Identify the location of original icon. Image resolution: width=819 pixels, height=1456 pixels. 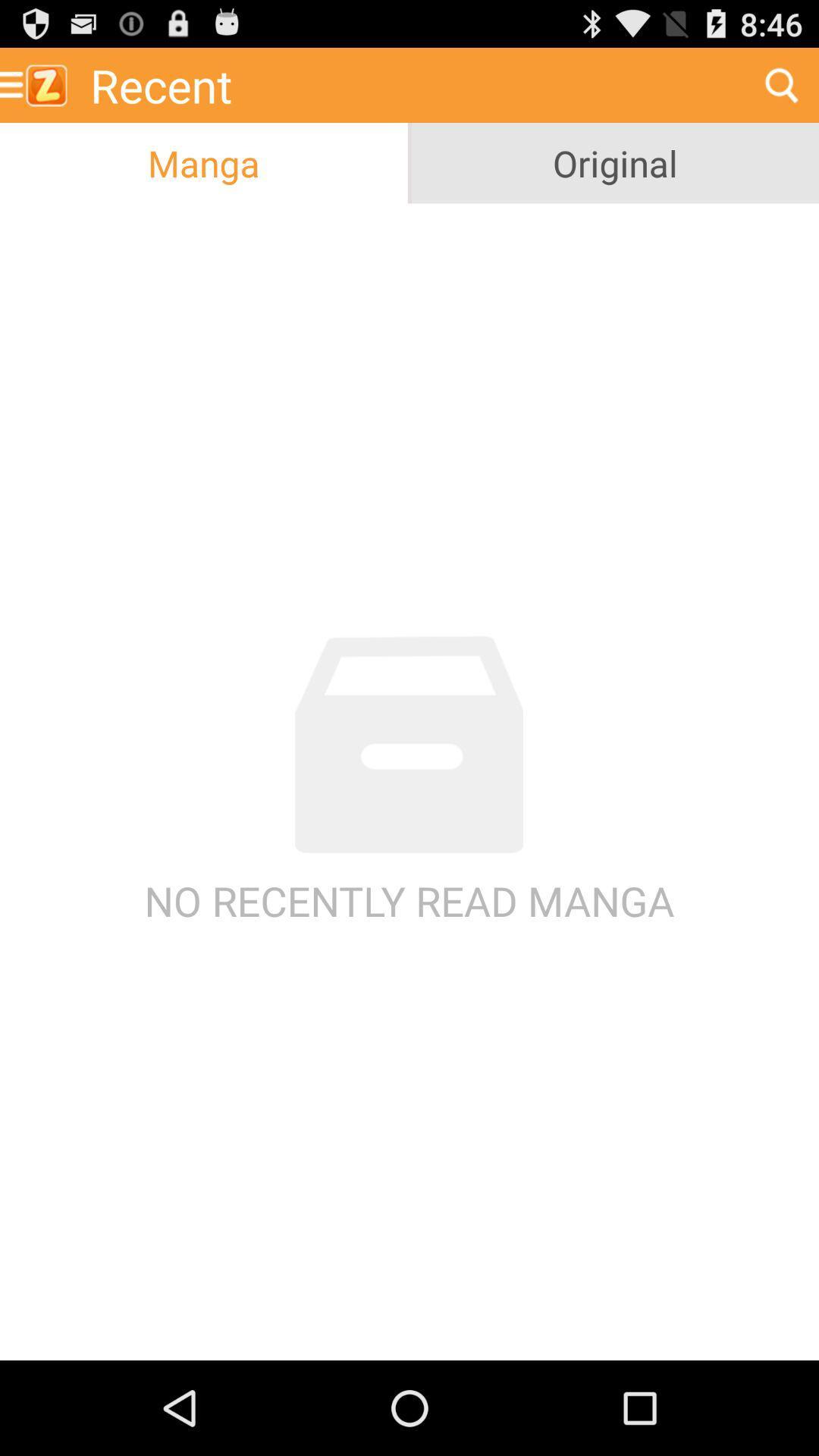
(615, 163).